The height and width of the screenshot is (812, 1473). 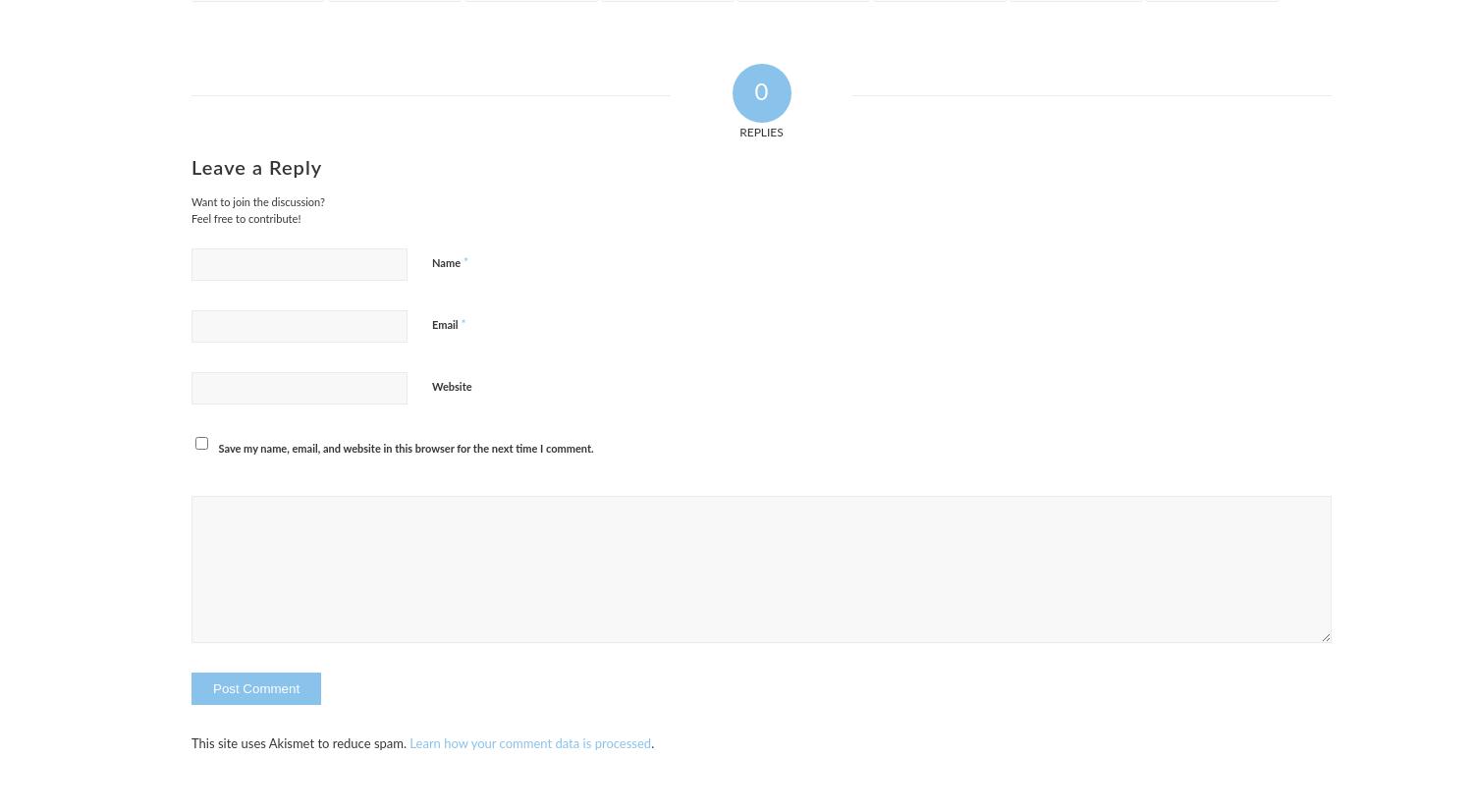 I want to click on 'Name', so click(x=446, y=262).